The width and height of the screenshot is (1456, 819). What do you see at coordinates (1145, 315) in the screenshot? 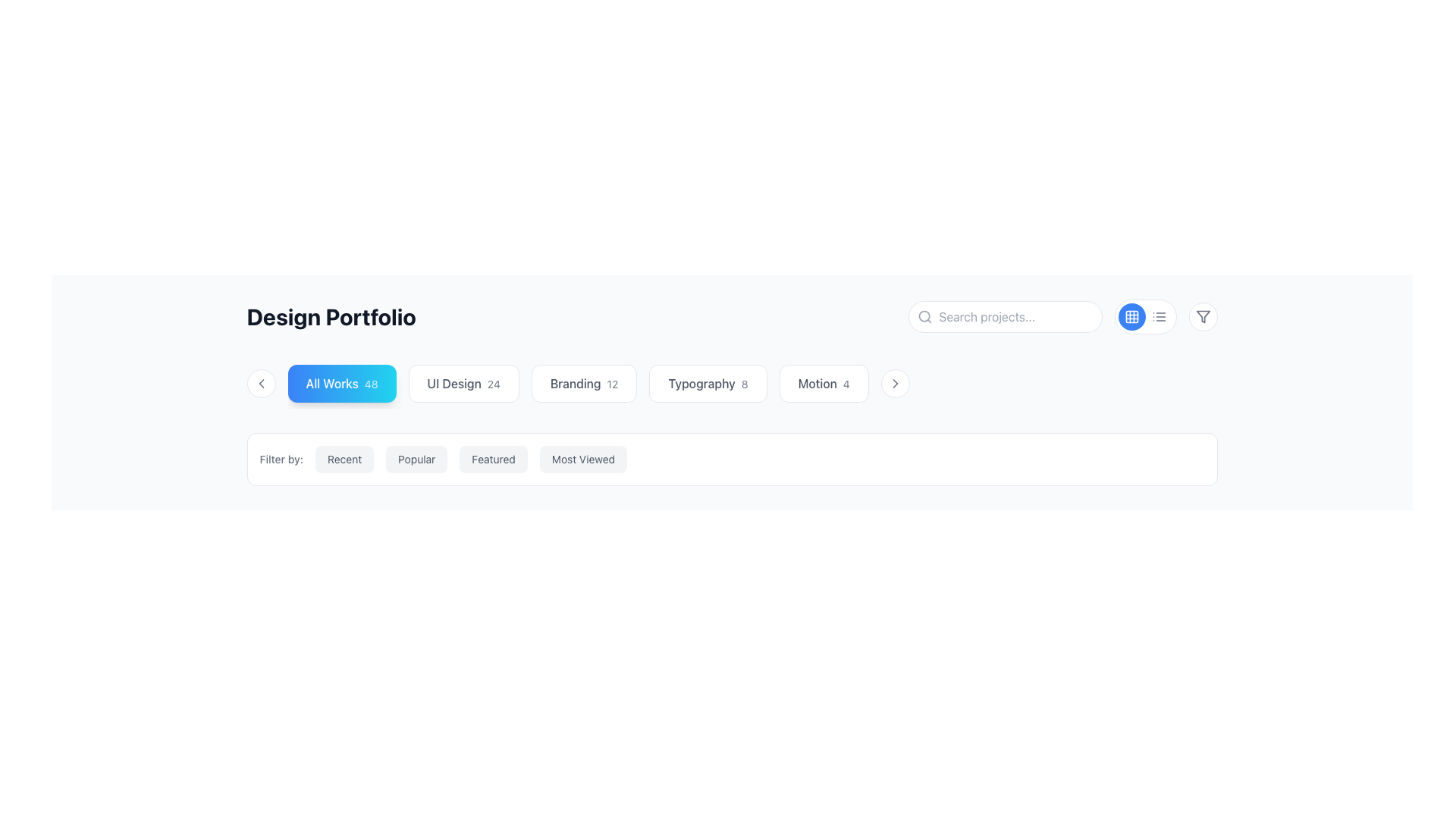
I see `the circular blue button with a white grid layout icon, which is the first in a group of two toggle buttons for layout selection located to the right of the search bar` at bounding box center [1145, 315].